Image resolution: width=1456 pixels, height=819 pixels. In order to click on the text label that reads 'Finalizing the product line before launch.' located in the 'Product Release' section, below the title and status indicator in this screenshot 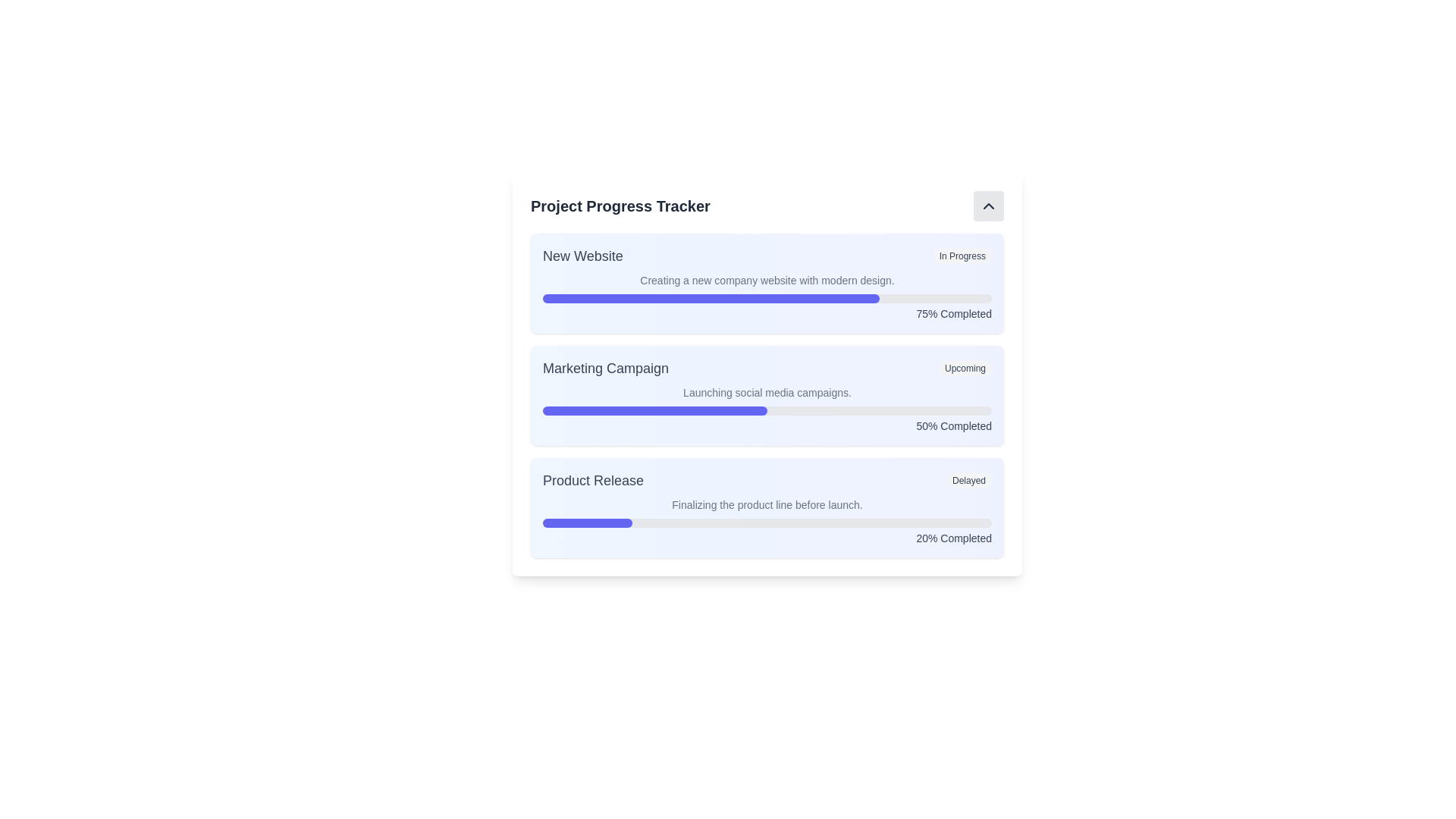, I will do `click(767, 505)`.